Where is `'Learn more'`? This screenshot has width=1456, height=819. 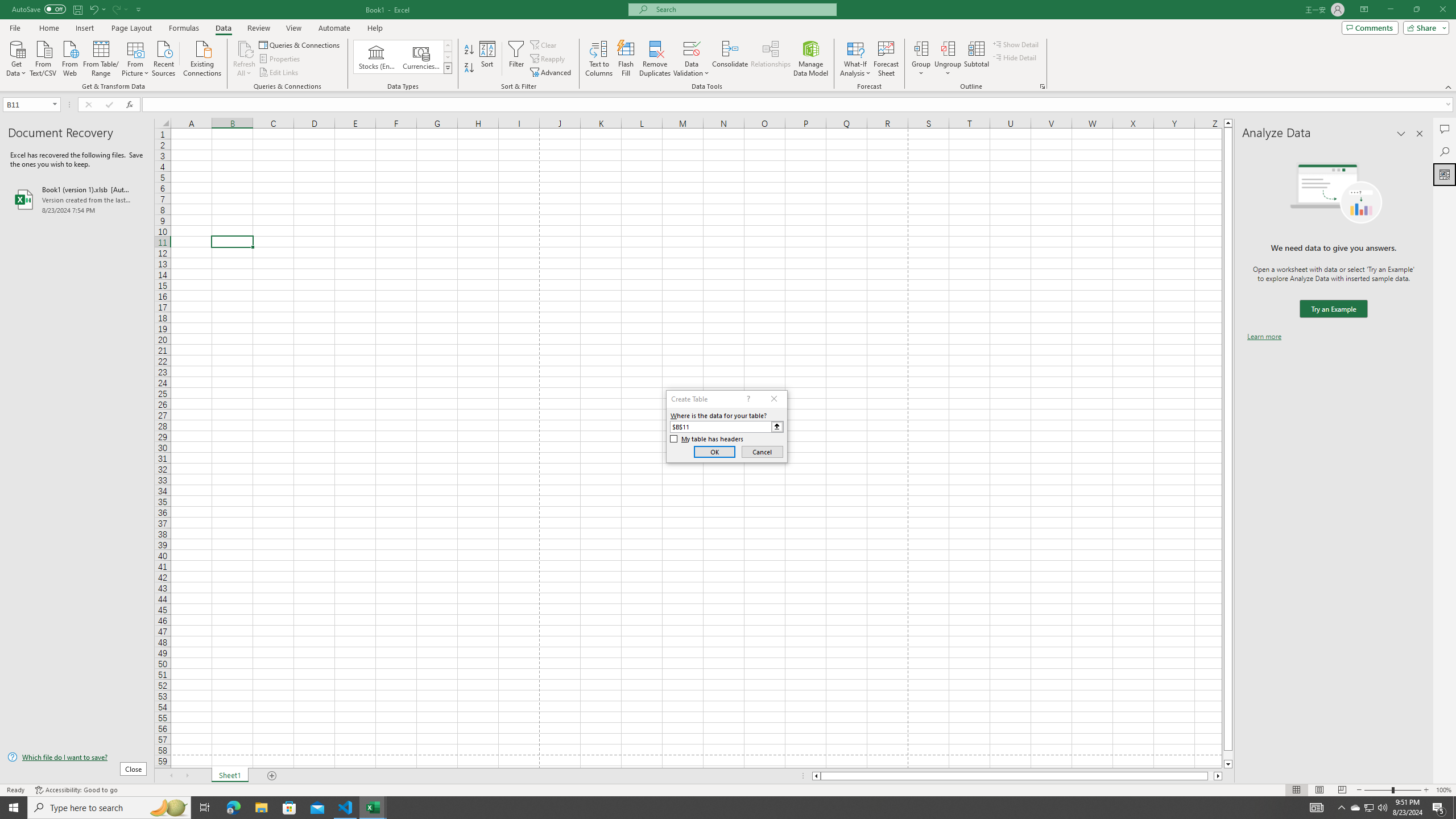
'Learn more' is located at coordinates (1264, 336).